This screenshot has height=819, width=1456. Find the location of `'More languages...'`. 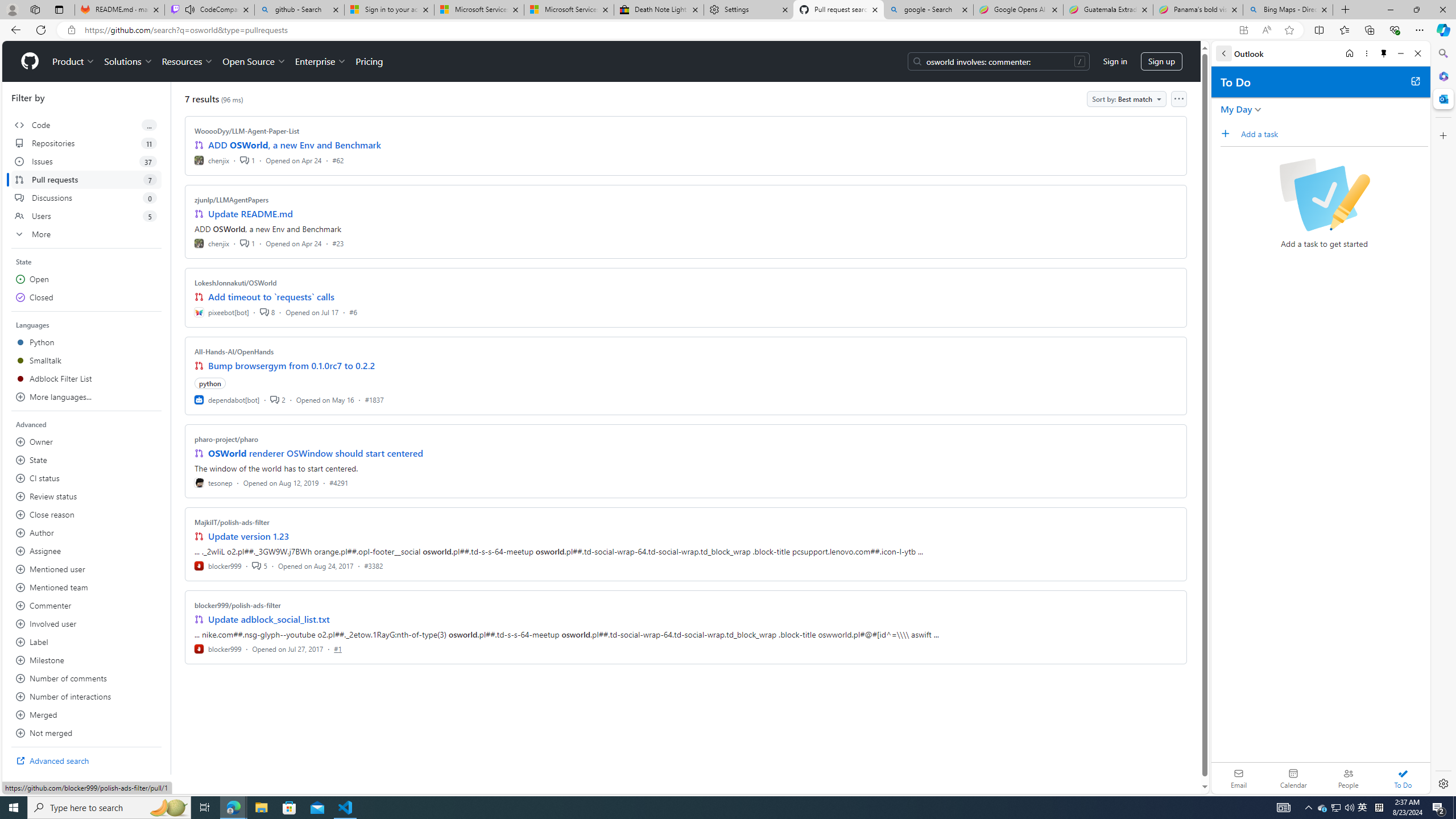

'More languages...' is located at coordinates (86, 396).